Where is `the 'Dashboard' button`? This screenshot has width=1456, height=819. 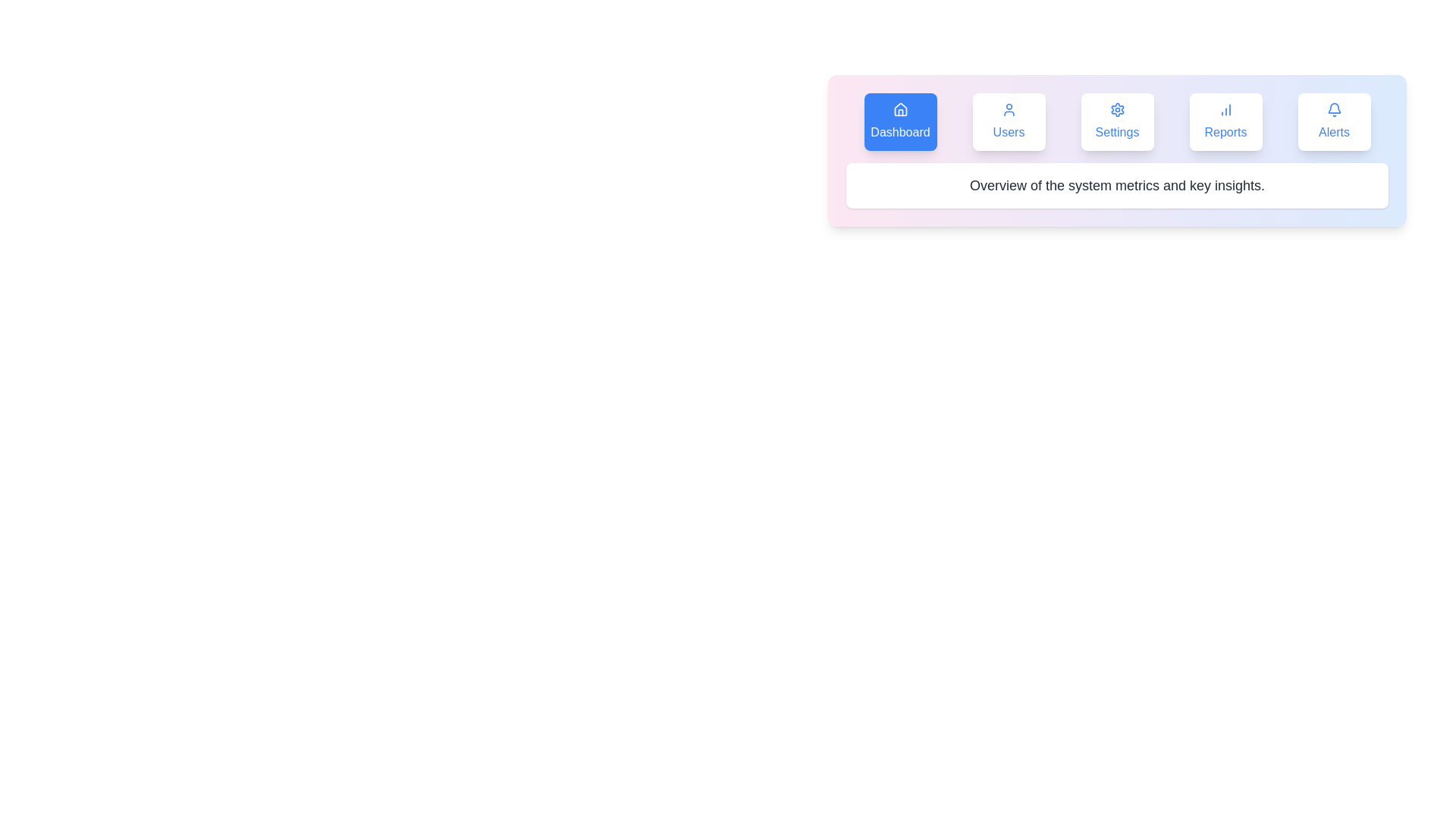
the 'Dashboard' button is located at coordinates (900, 121).